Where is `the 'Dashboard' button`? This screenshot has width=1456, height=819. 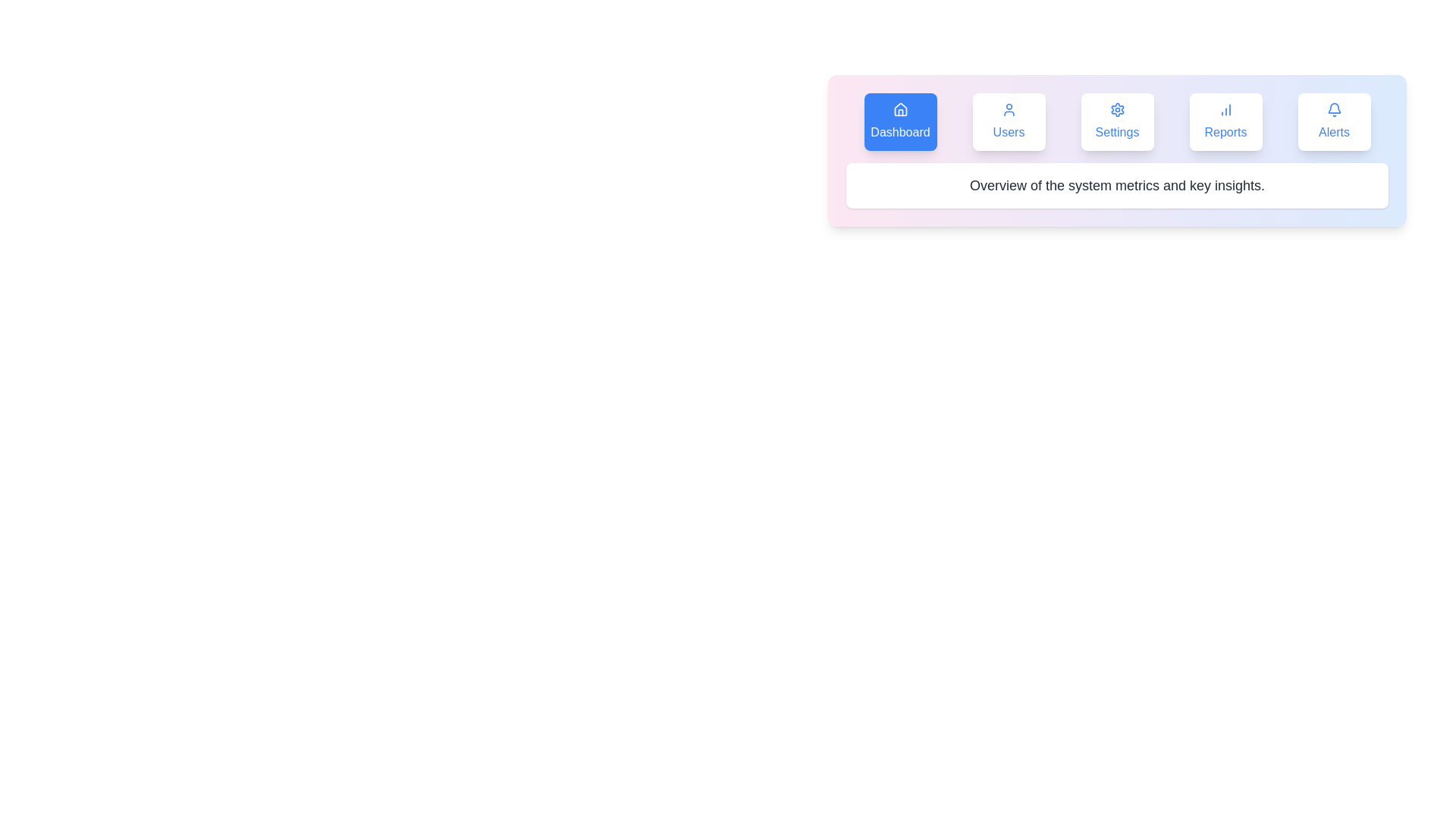
the 'Dashboard' button is located at coordinates (900, 121).